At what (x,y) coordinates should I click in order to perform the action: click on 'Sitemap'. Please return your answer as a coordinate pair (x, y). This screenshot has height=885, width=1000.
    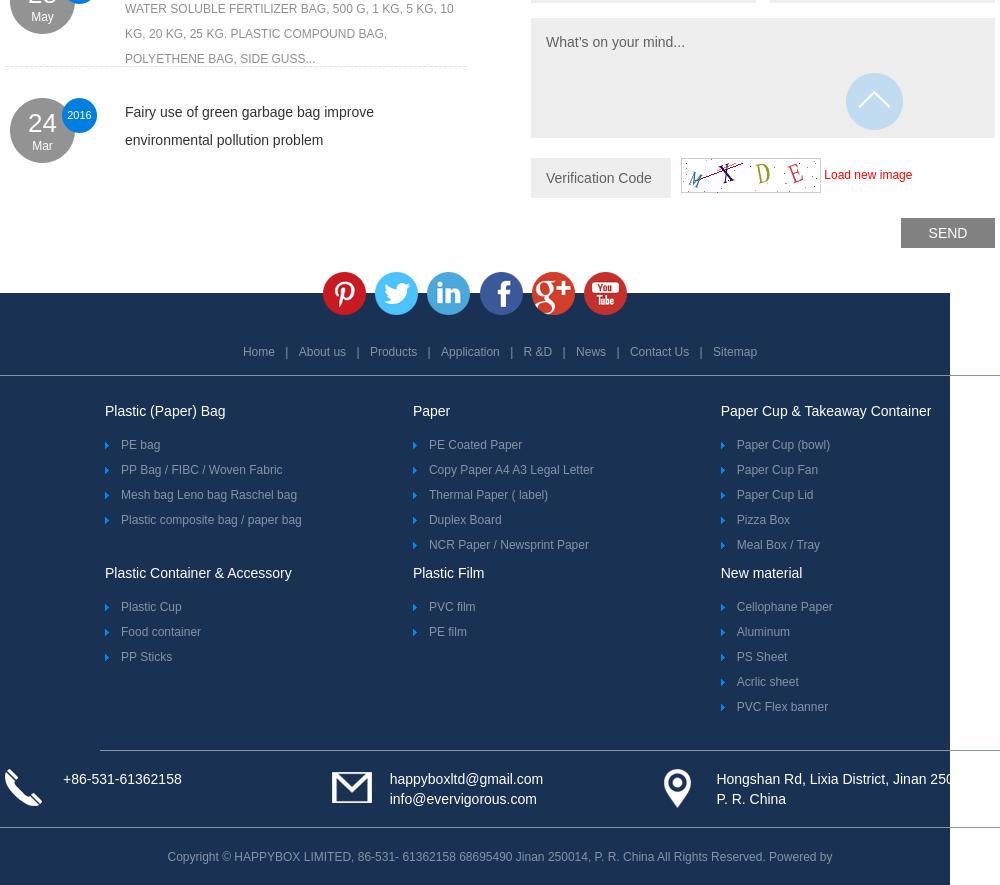
    Looking at the image, I should click on (712, 351).